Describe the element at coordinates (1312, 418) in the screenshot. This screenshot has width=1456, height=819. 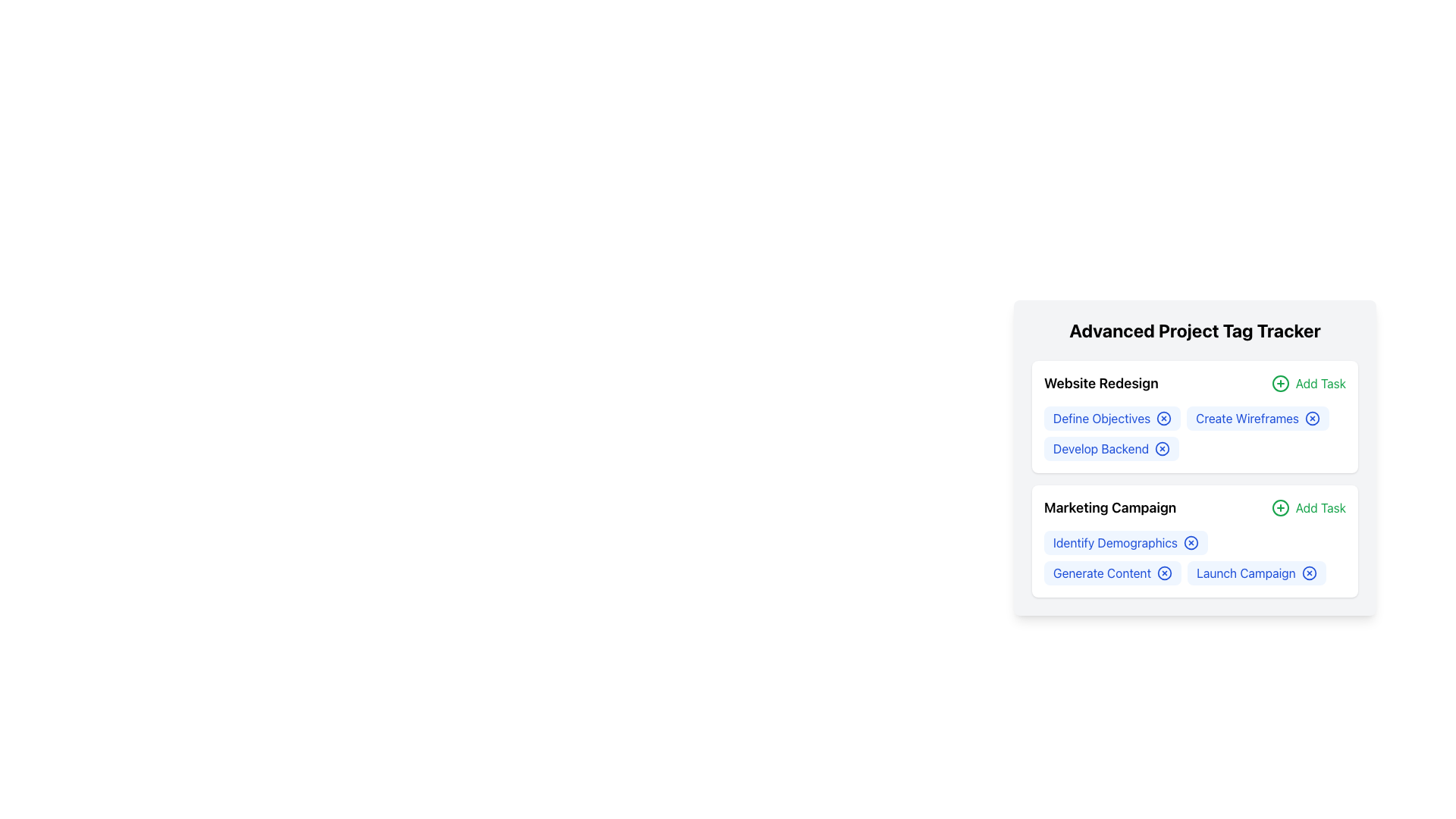
I see `the SVG Circle Element representing the delete/close option for the 'Create Wireframes' task in the 'Website Redesign' category of the 'Advanced Project Tag Tracker'` at that location.